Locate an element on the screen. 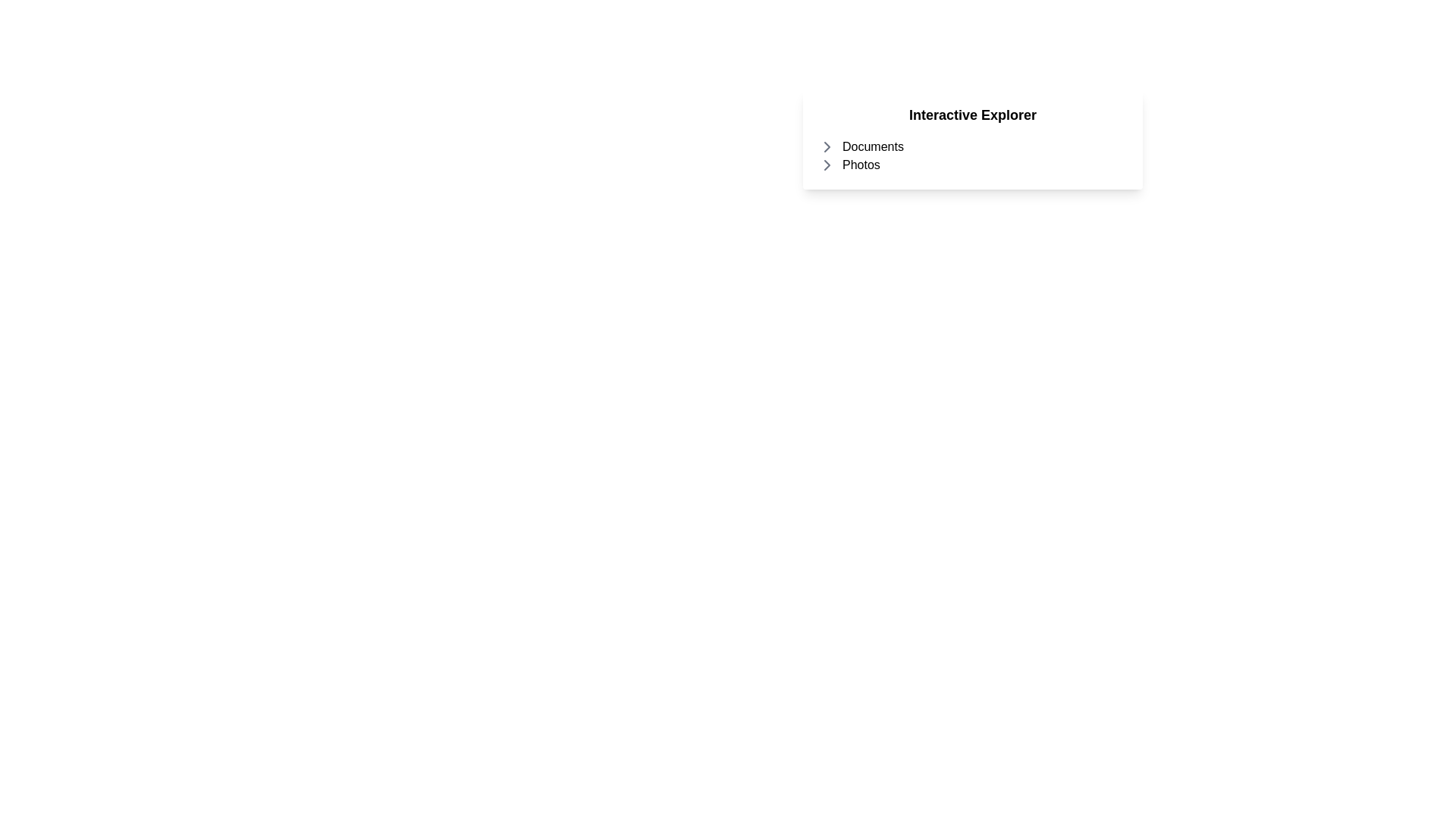 The width and height of the screenshot is (1456, 819). the icon located immediately to the left of the text 'Documents', which serves as a navigational or expansion cue is located at coordinates (826, 146).